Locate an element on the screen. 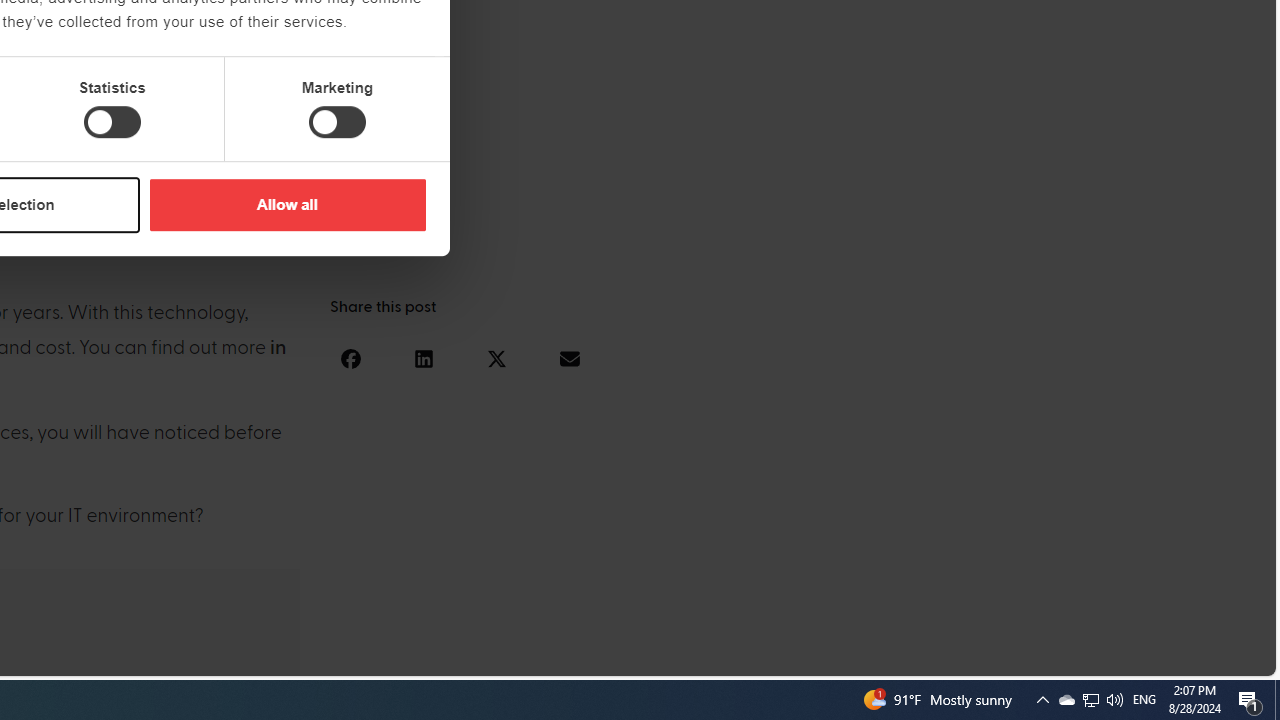 This screenshot has width=1280, height=720. 'Share on email' is located at coordinates (568, 357).